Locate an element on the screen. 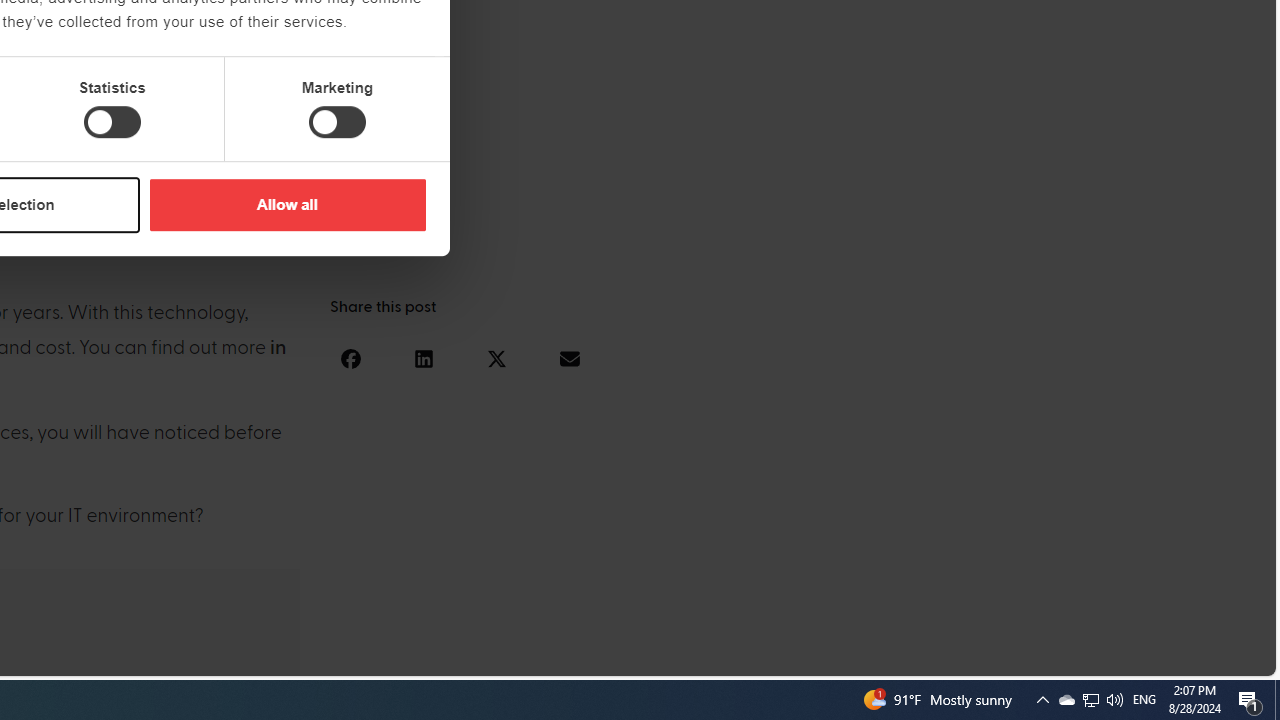 This screenshot has width=1280, height=720. 'Share on email' is located at coordinates (568, 357).